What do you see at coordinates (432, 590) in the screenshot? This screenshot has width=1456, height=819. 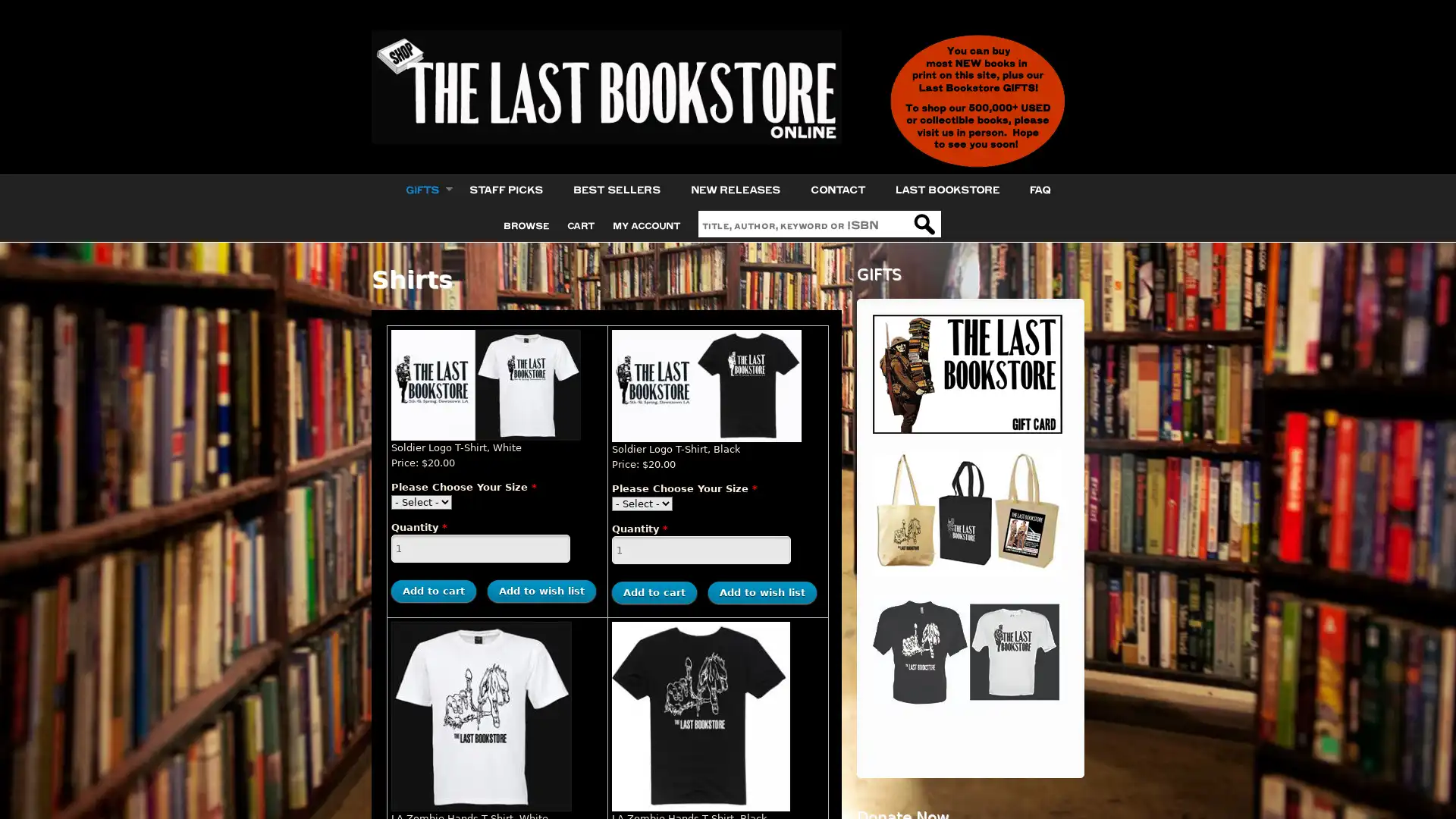 I see `Add to cart` at bounding box center [432, 590].